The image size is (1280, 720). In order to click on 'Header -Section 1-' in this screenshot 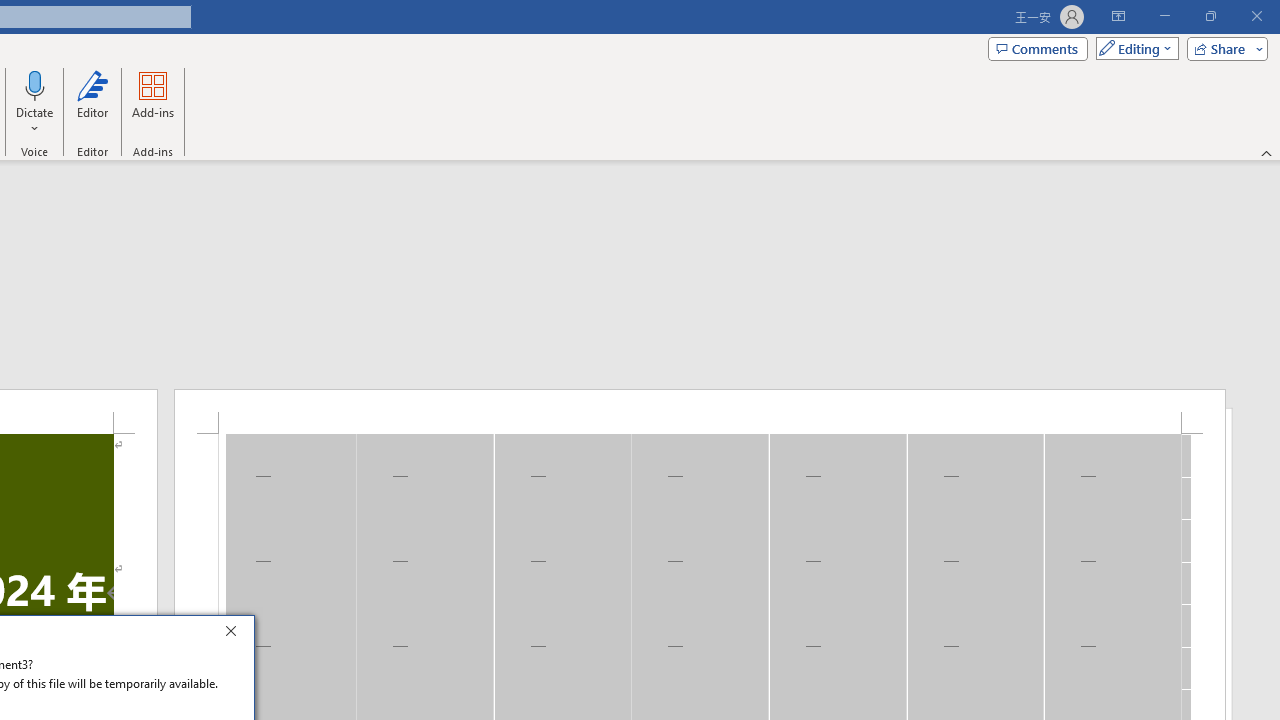, I will do `click(700, 410)`.